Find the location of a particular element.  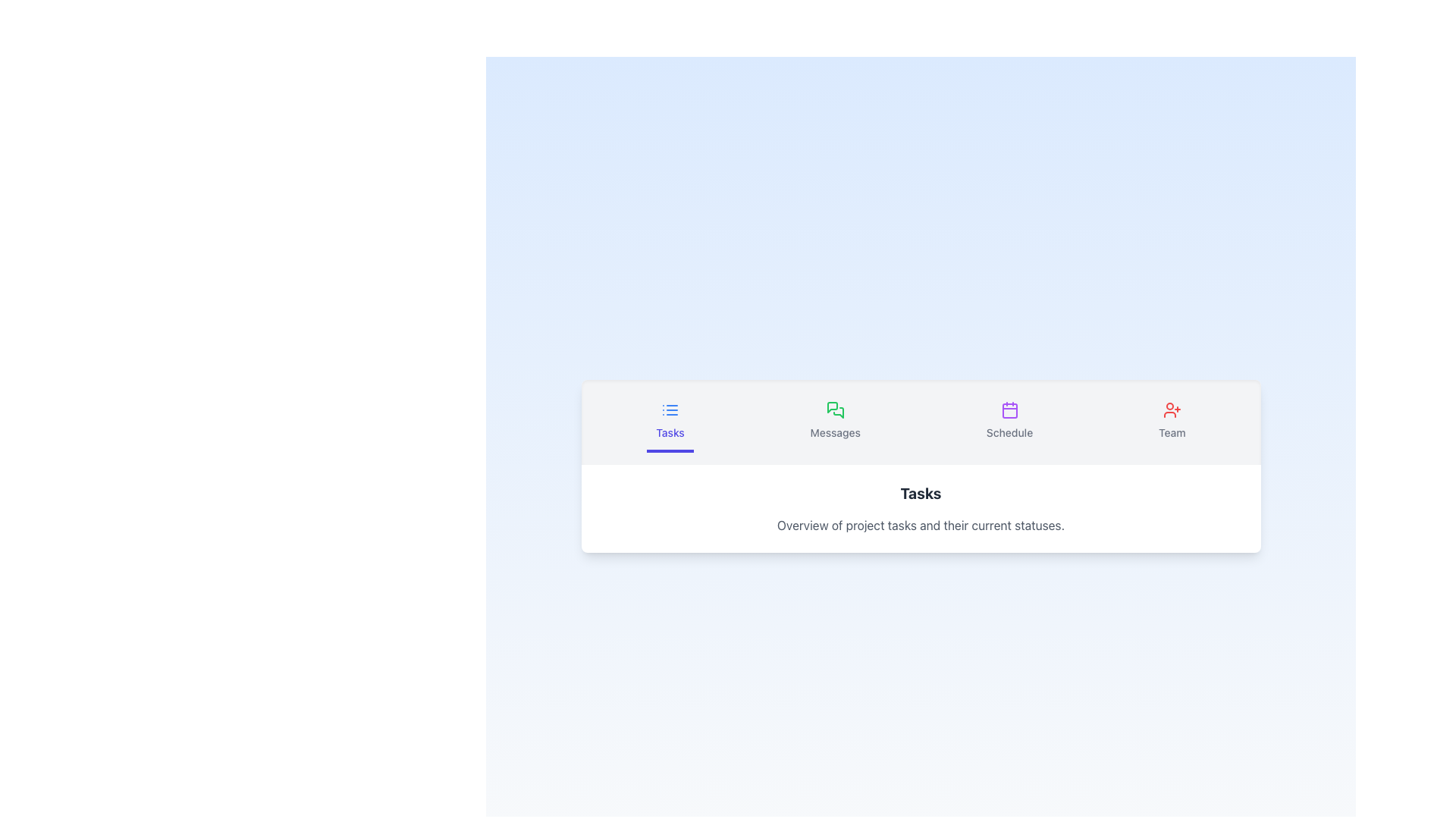

the paragraph text element that displays 'Overview of project tasks and their current statuses.' located beneath the 'Tasks' header is located at coordinates (920, 525).